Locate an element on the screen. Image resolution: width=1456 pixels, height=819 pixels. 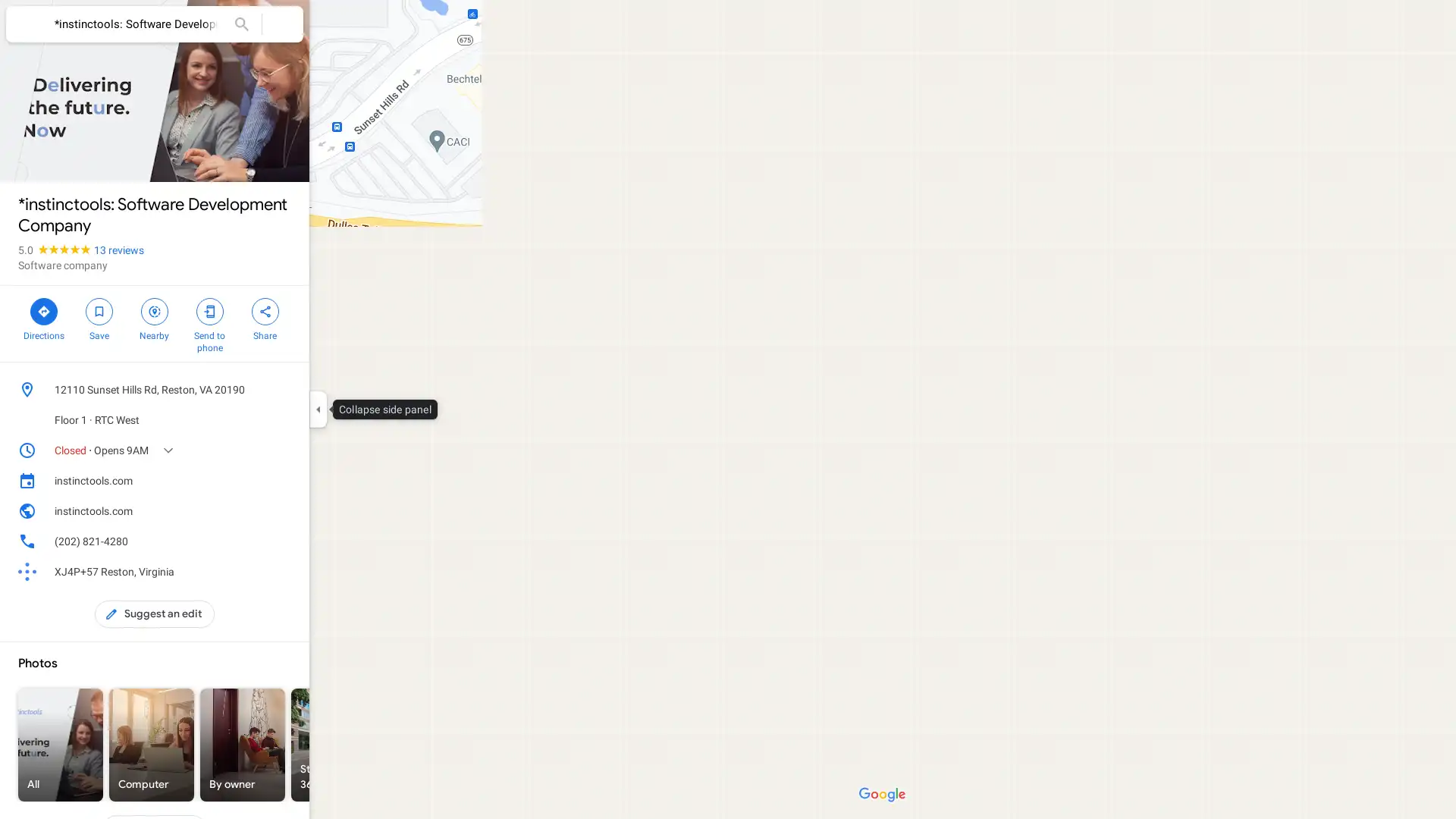
Share *instinctools: Software Development Company is located at coordinates (265, 317).